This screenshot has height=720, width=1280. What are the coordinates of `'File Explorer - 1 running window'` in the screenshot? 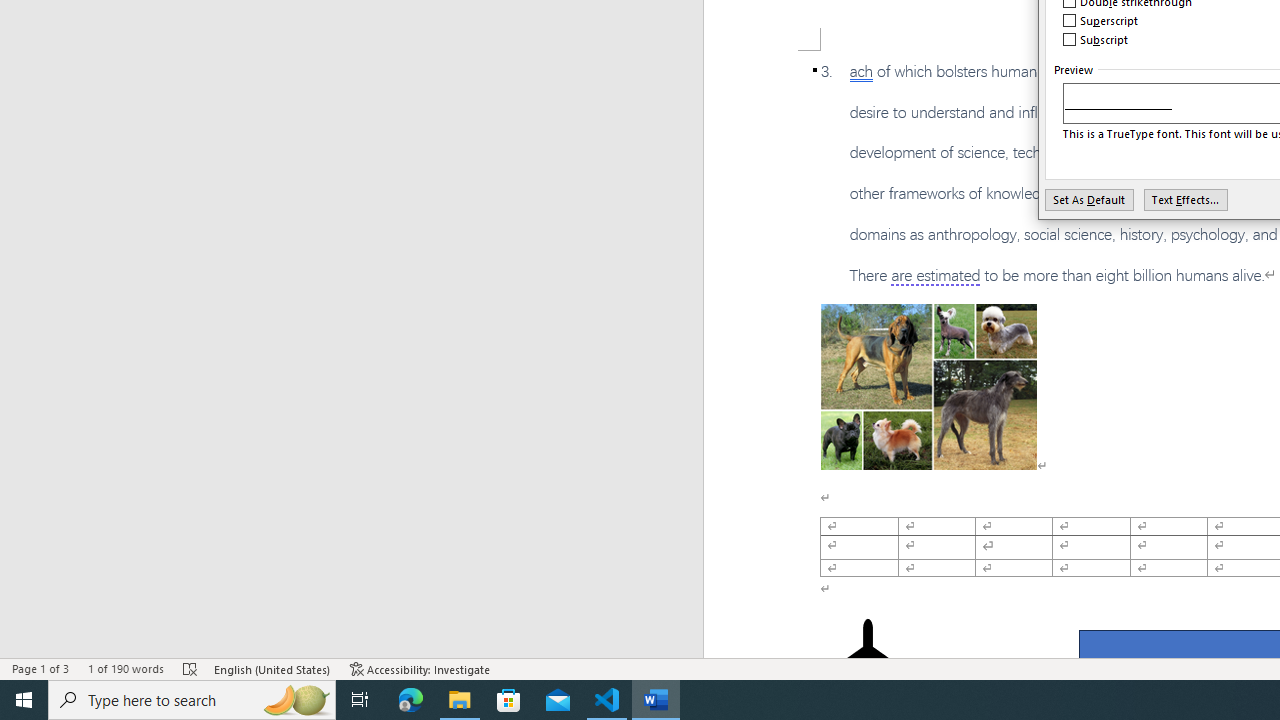 It's located at (459, 698).